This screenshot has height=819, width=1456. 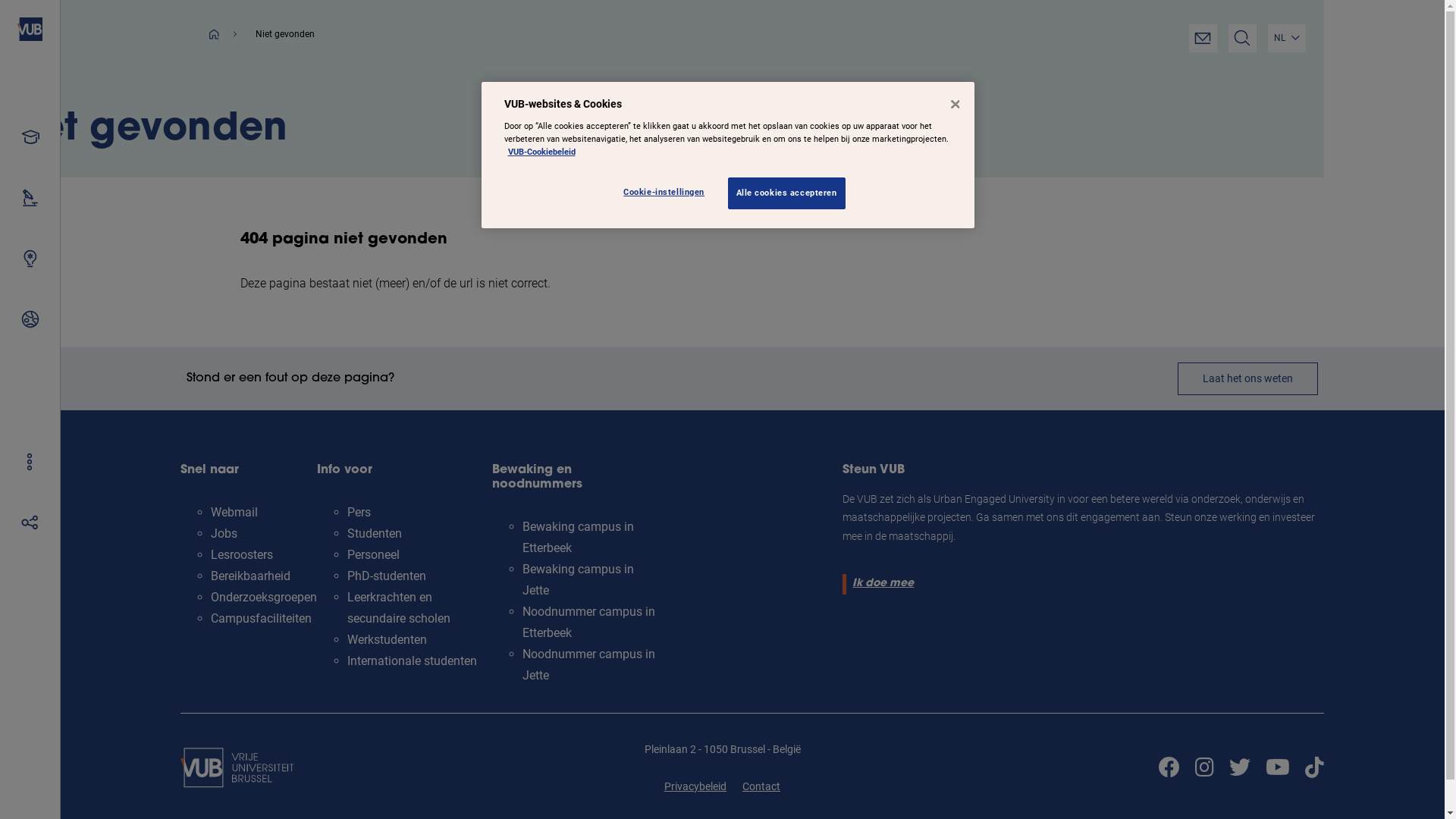 What do you see at coordinates (577, 579) in the screenshot?
I see `'Bewaking campus in Jette'` at bounding box center [577, 579].